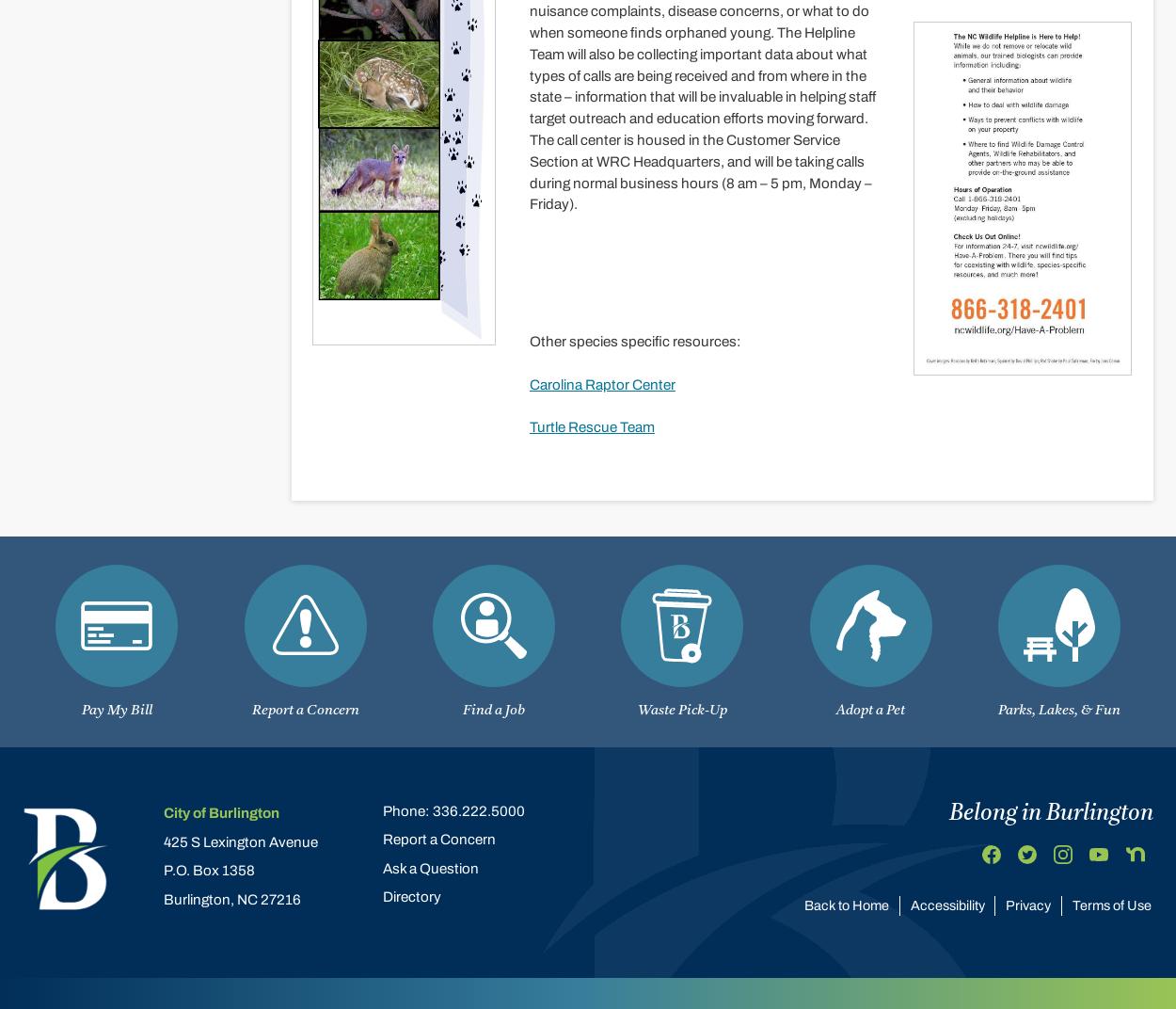 This screenshot has width=1176, height=1009. I want to click on 'Turtle Rescue Team', so click(529, 425).